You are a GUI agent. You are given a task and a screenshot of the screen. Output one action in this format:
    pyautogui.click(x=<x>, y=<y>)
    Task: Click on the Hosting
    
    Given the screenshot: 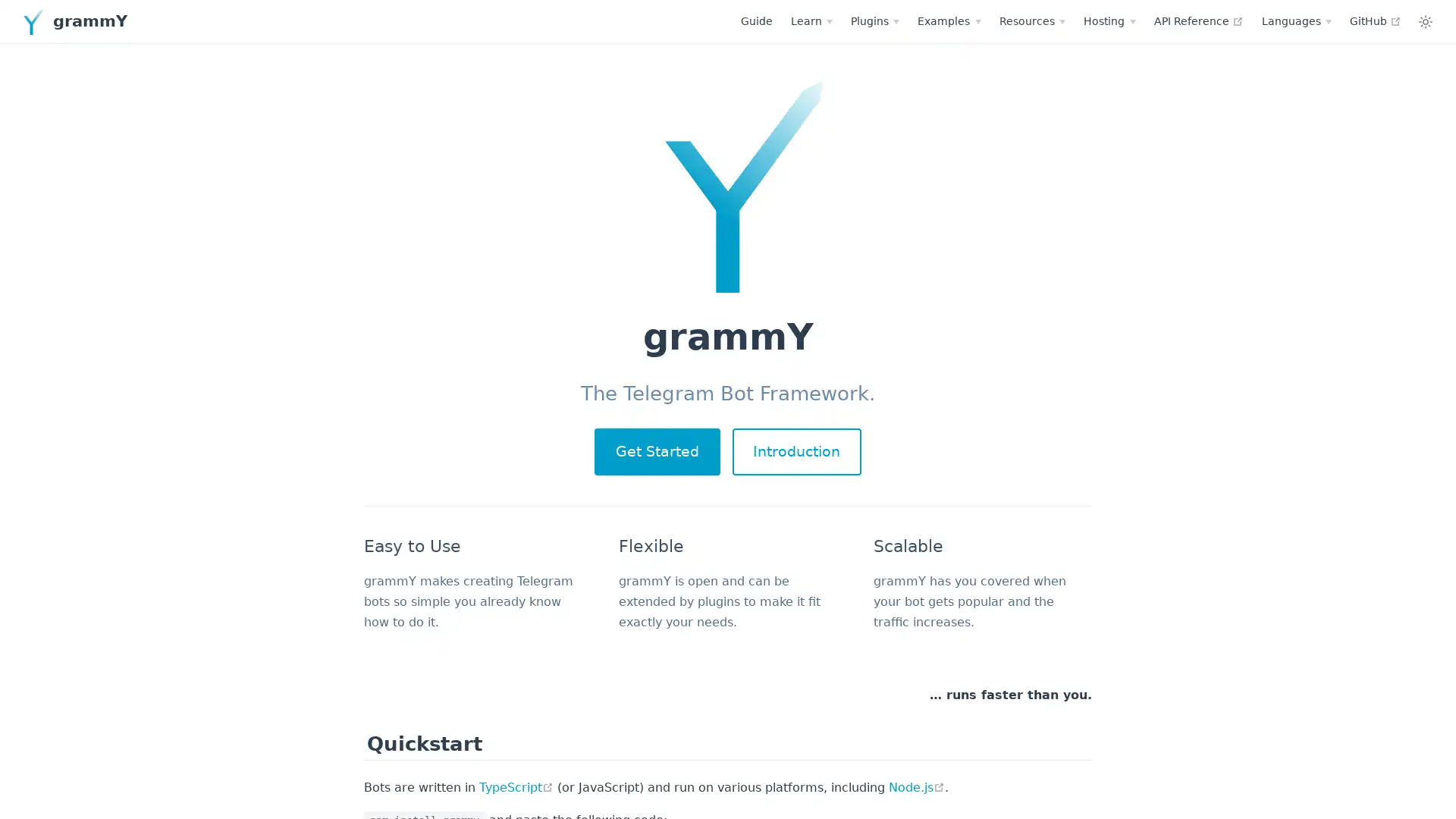 What is the action you would take?
    pyautogui.click(x=975, y=20)
    